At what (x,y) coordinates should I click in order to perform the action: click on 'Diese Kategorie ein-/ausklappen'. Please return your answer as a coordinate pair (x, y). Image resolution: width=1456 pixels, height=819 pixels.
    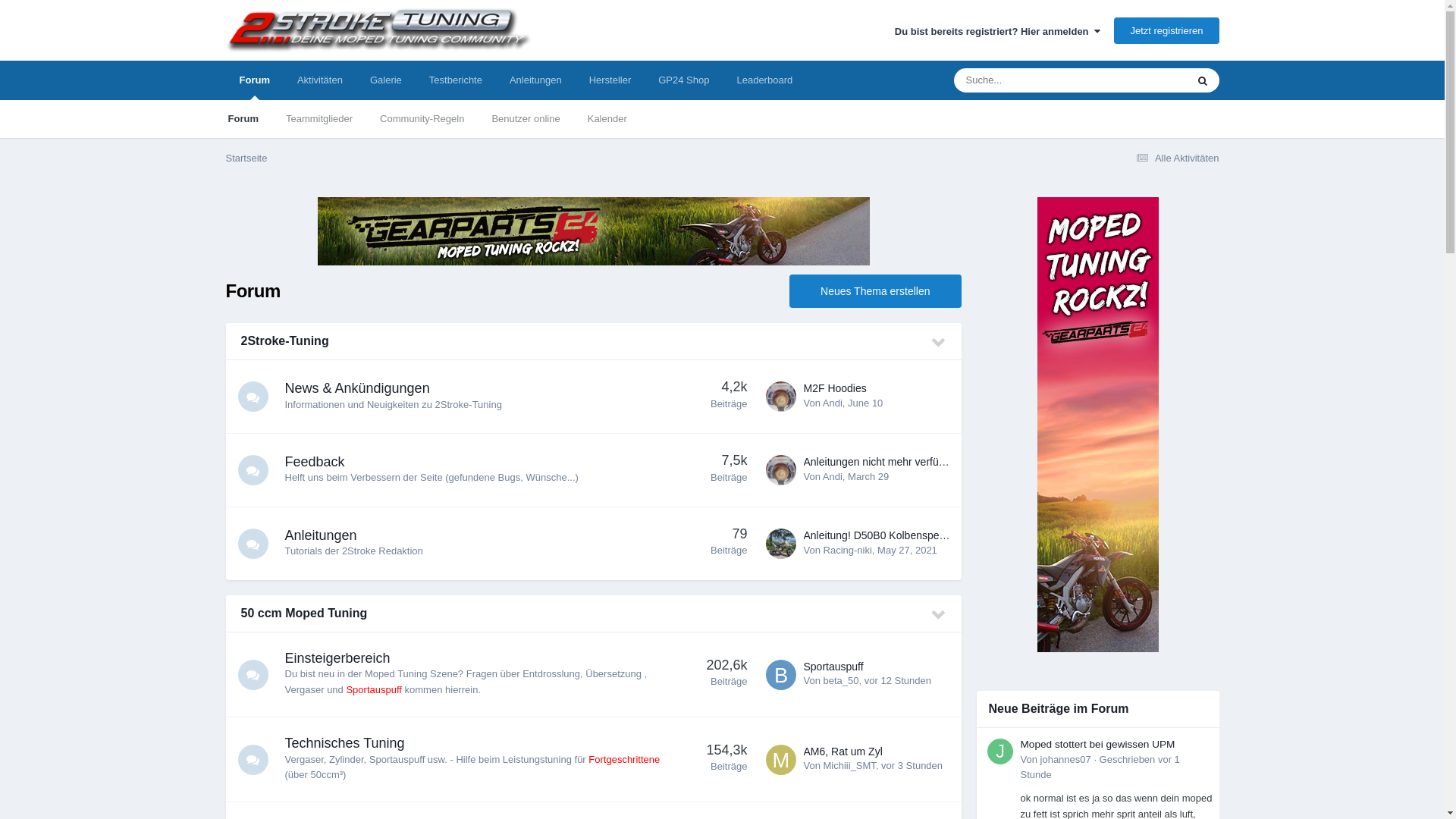
    Looking at the image, I should click on (938, 342).